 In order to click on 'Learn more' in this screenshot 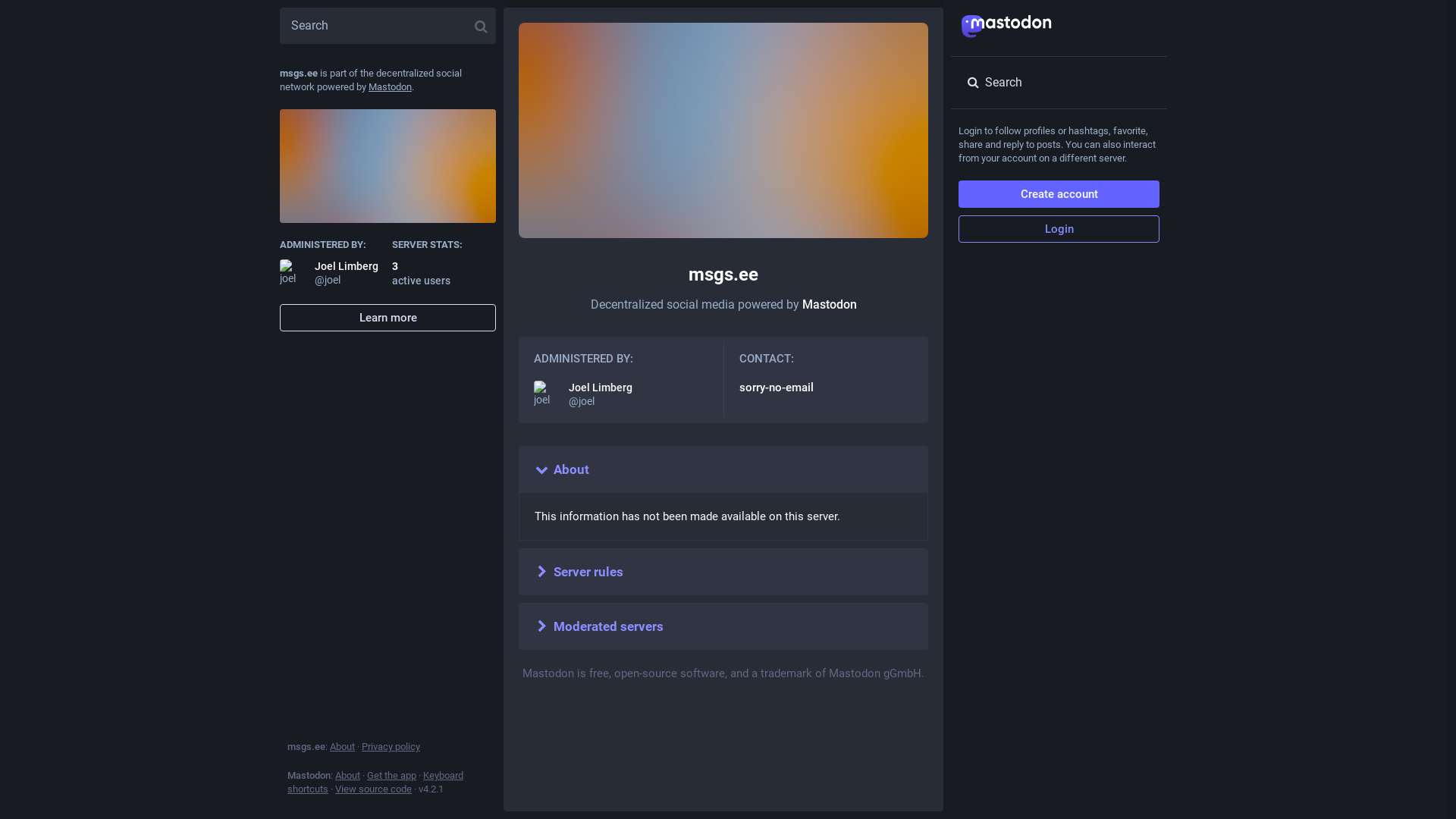, I will do `click(388, 317)`.